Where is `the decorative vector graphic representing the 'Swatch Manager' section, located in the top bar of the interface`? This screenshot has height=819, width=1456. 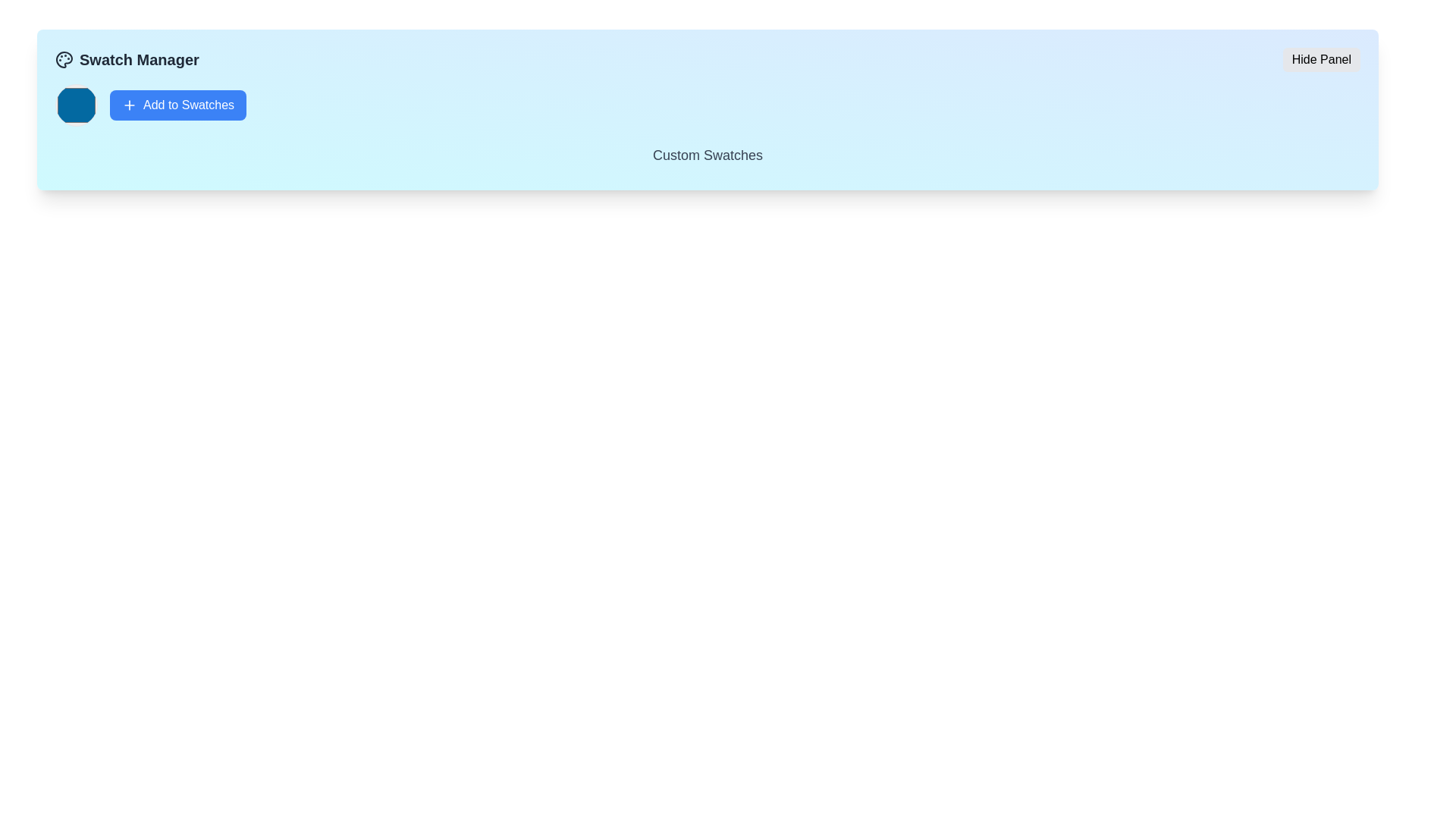
the decorative vector graphic representing the 'Swatch Manager' section, located in the top bar of the interface is located at coordinates (64, 58).